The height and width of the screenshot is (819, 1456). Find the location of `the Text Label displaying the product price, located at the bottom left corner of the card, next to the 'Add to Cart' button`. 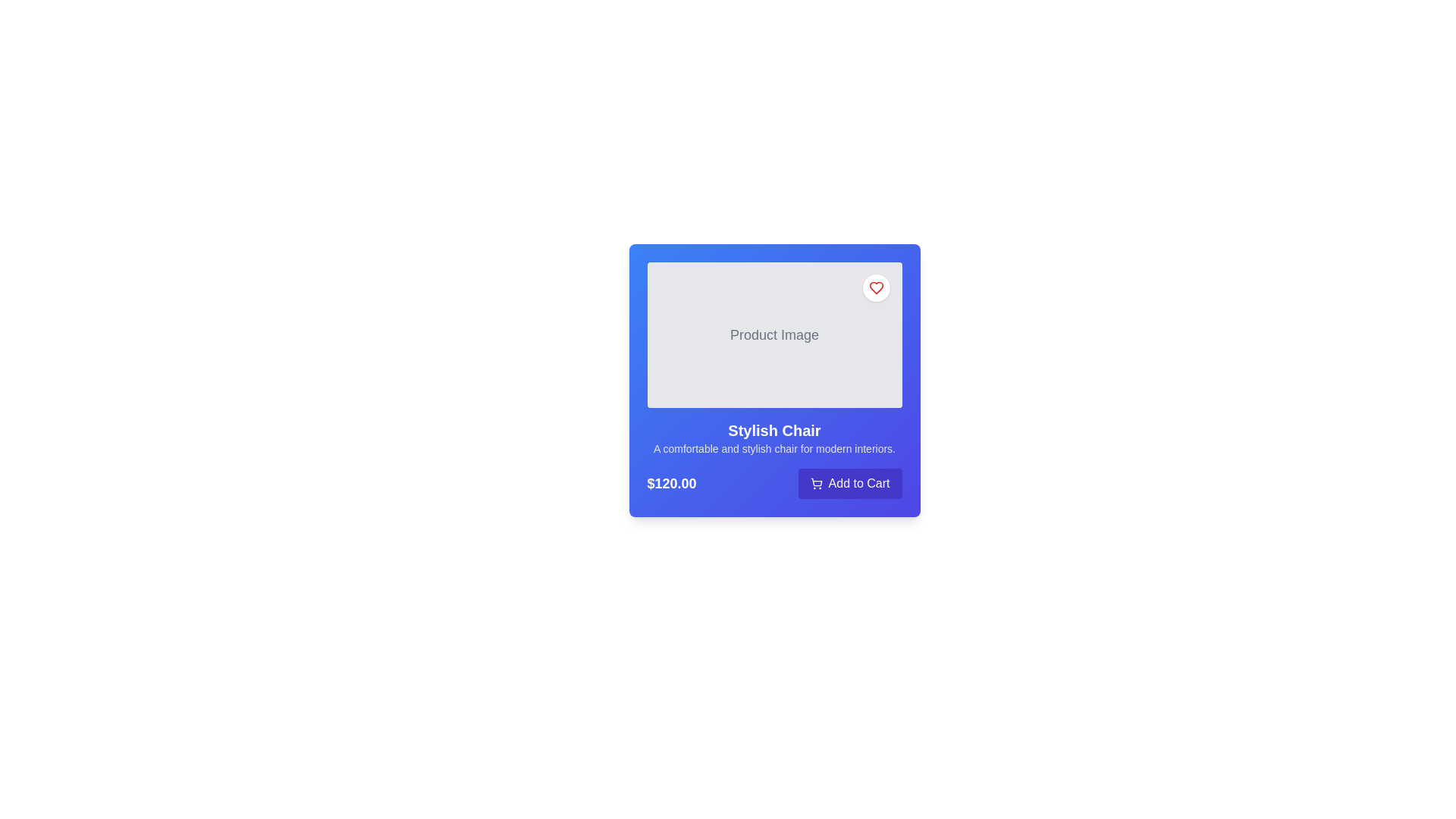

the Text Label displaying the product price, located at the bottom left corner of the card, next to the 'Add to Cart' button is located at coordinates (671, 483).